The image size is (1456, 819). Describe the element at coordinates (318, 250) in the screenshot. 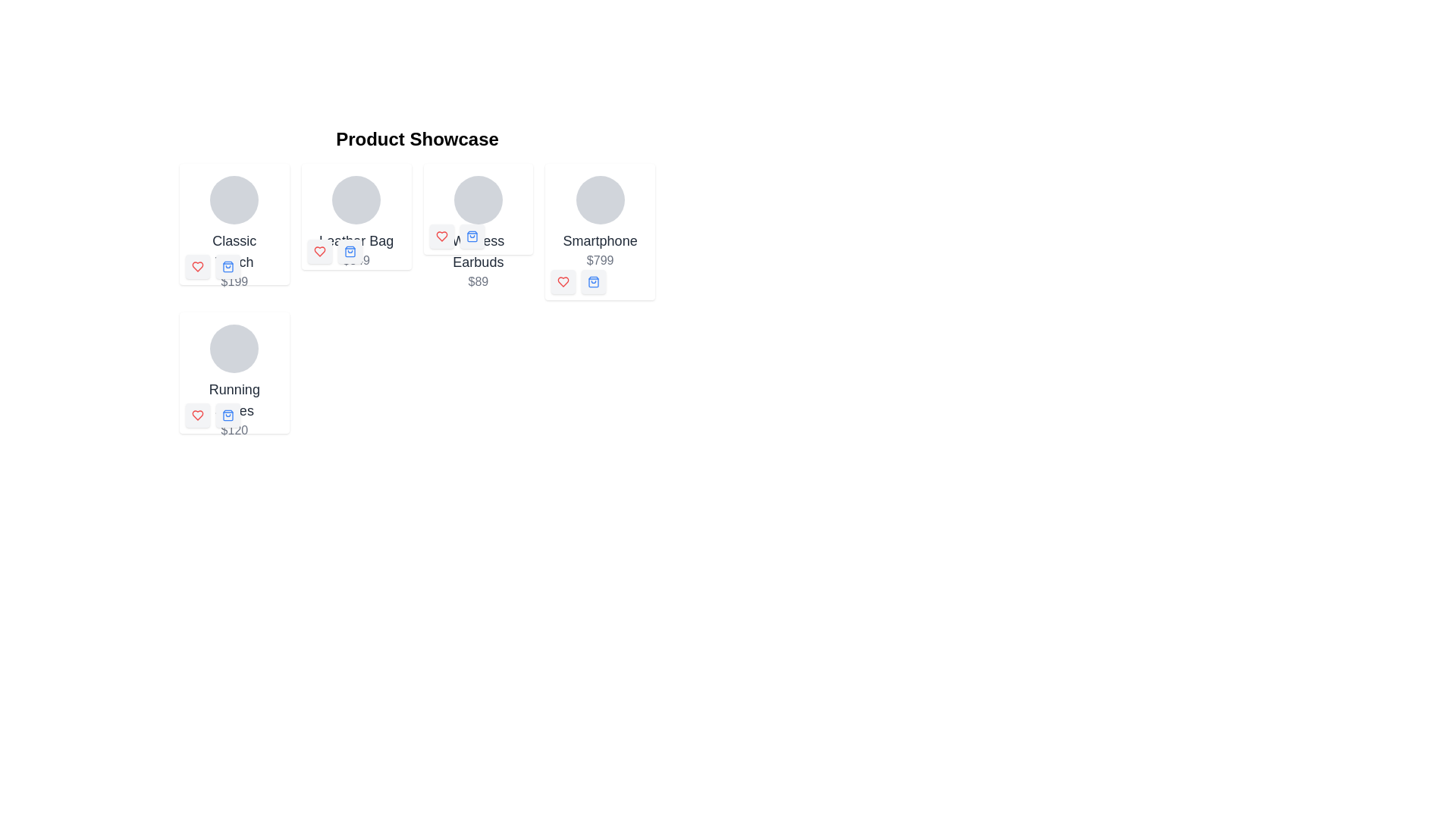

I see `the red outlined heart icon located at the bottom-left portion of the 'Leather Bag' product card` at that location.